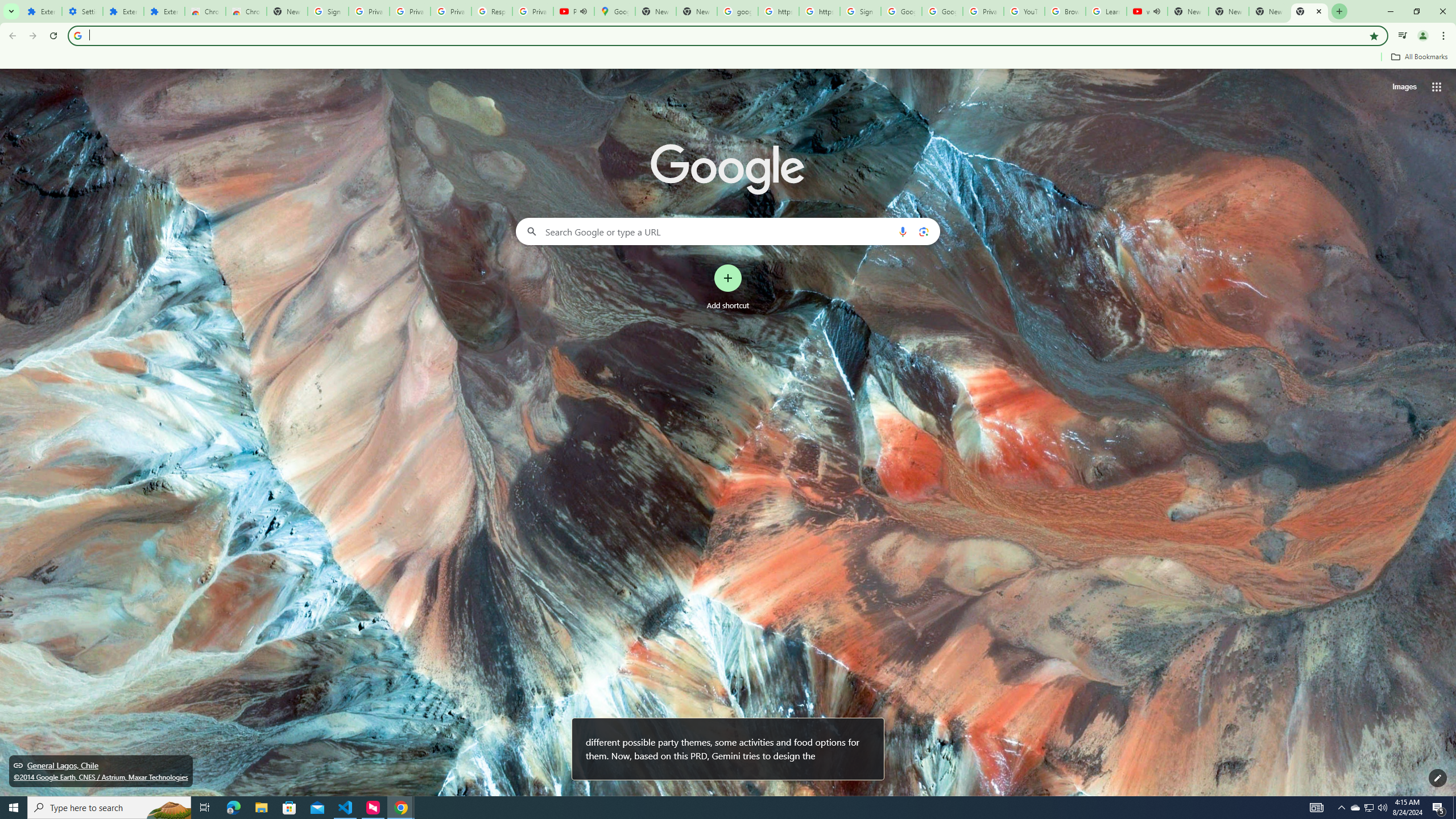  Describe the element at coordinates (328, 11) in the screenshot. I see `'Sign in - Google Accounts'` at that location.